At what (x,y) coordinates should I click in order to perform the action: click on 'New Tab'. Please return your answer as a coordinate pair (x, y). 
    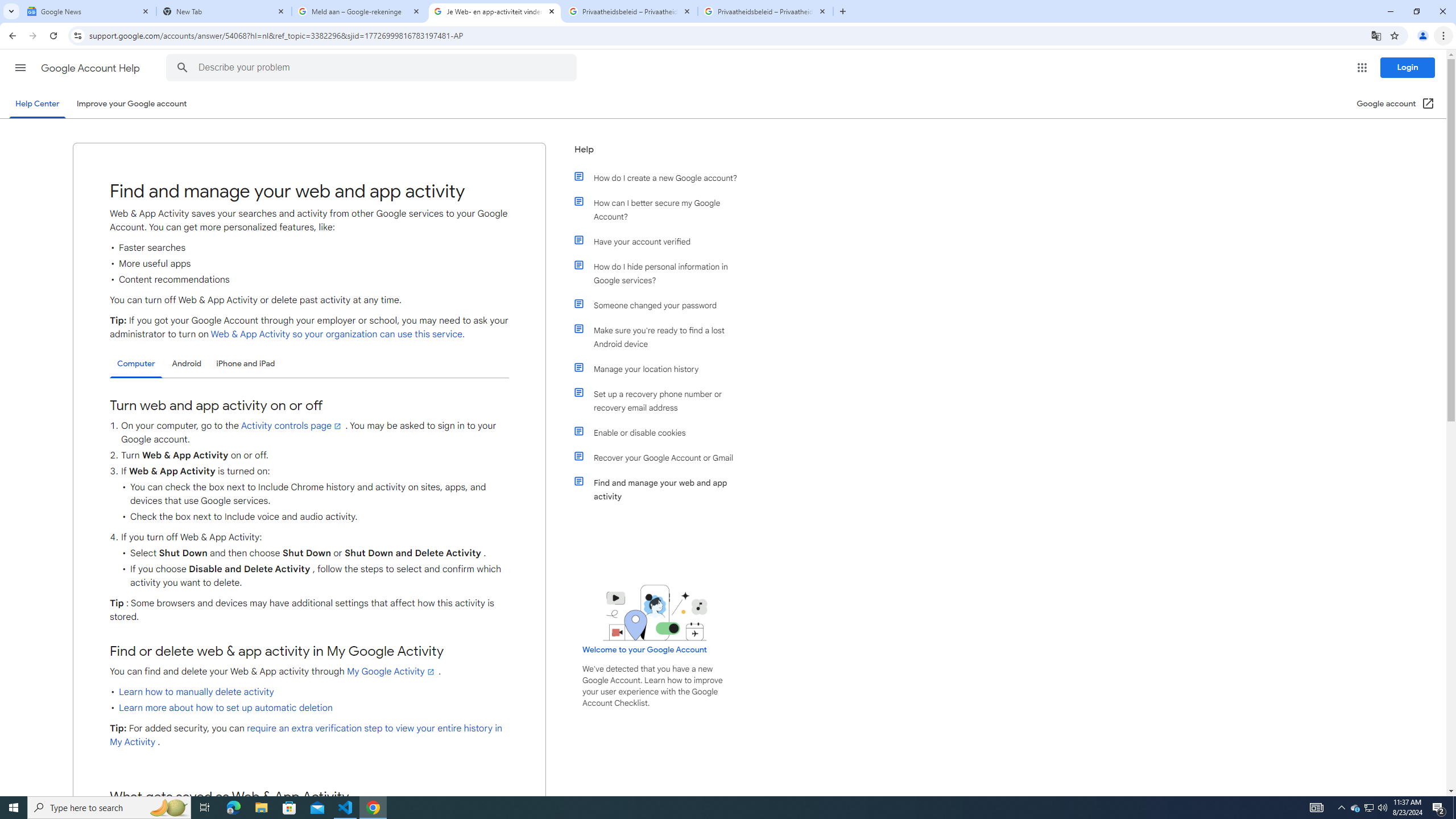
    Looking at the image, I should click on (224, 11).